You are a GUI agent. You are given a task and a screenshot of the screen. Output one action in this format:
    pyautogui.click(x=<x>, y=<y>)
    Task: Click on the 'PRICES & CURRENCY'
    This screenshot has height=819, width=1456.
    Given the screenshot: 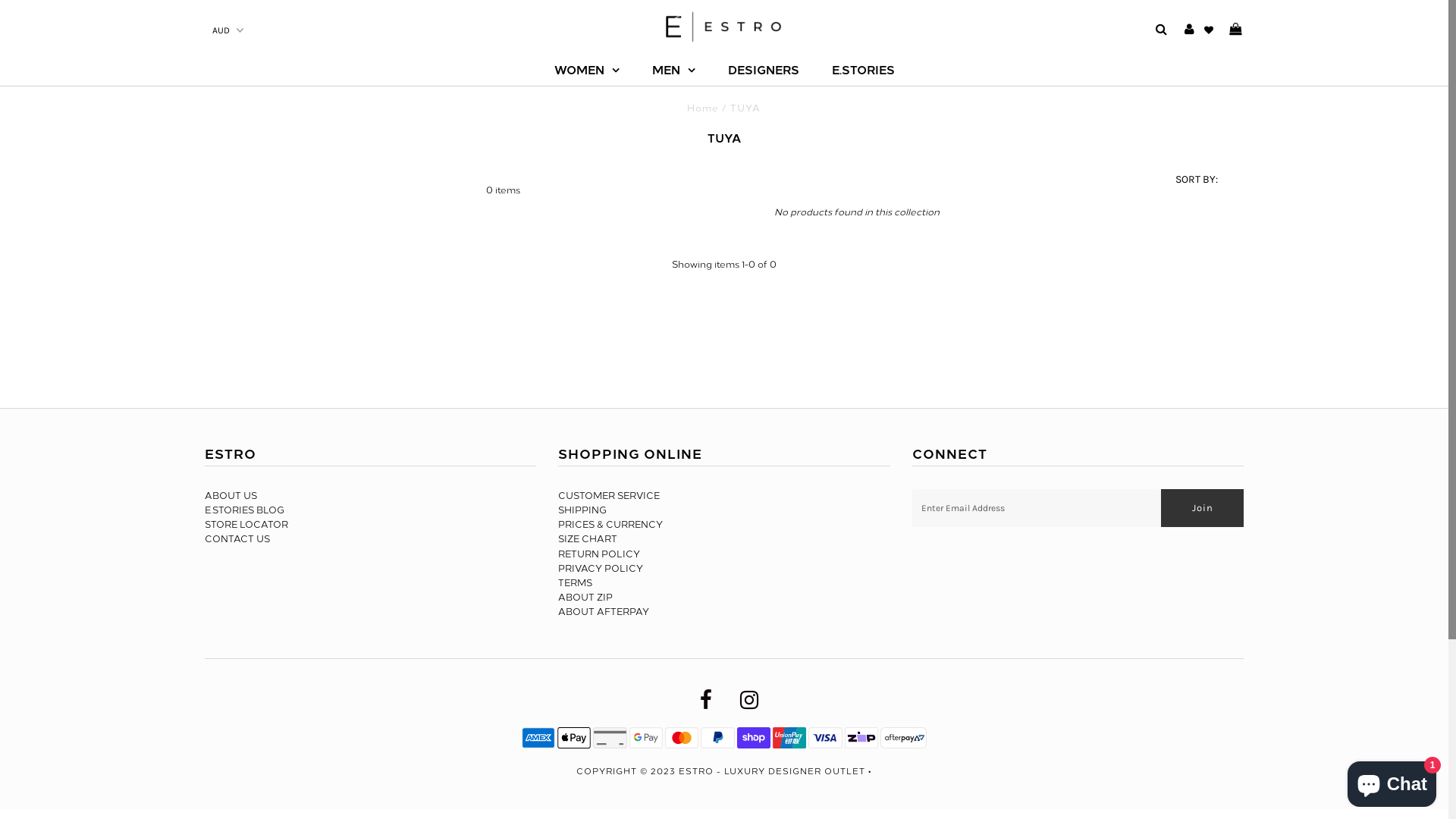 What is the action you would take?
    pyautogui.click(x=610, y=523)
    